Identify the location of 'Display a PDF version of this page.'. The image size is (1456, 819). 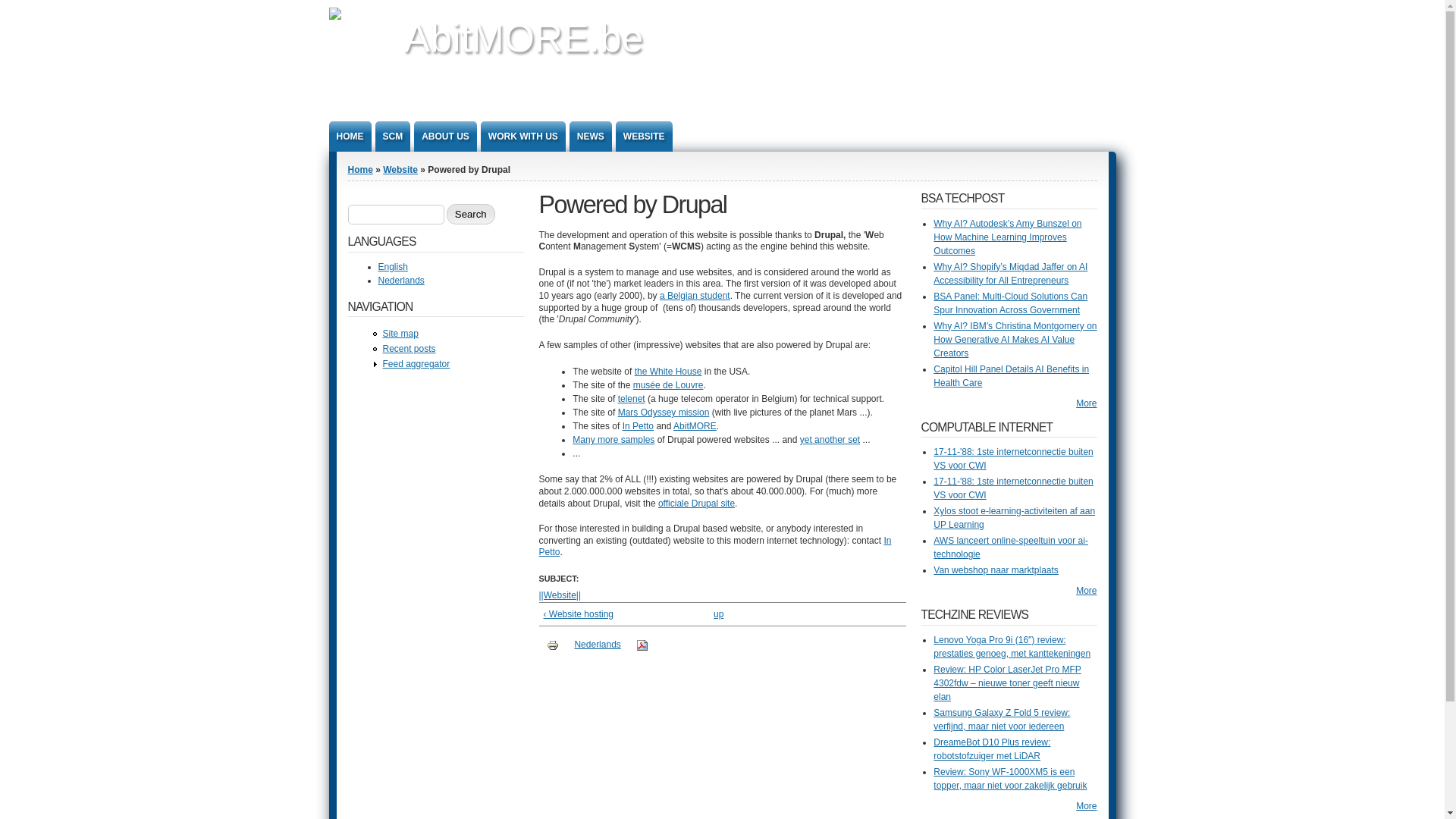
(642, 644).